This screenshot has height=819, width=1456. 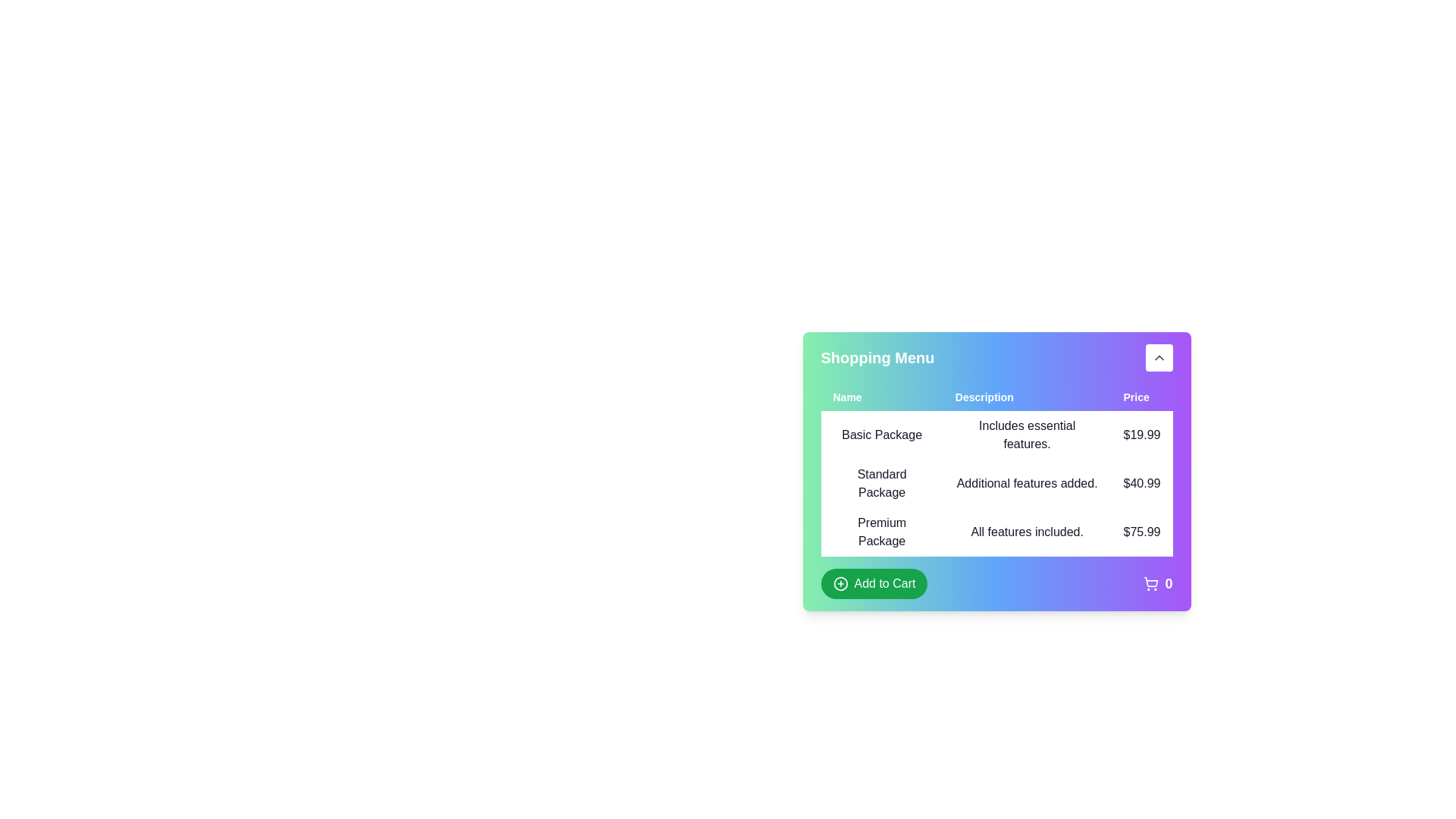 I want to click on the lower part of the shopping cart icon, specifically the frame and basket outline, so click(x=1151, y=581).